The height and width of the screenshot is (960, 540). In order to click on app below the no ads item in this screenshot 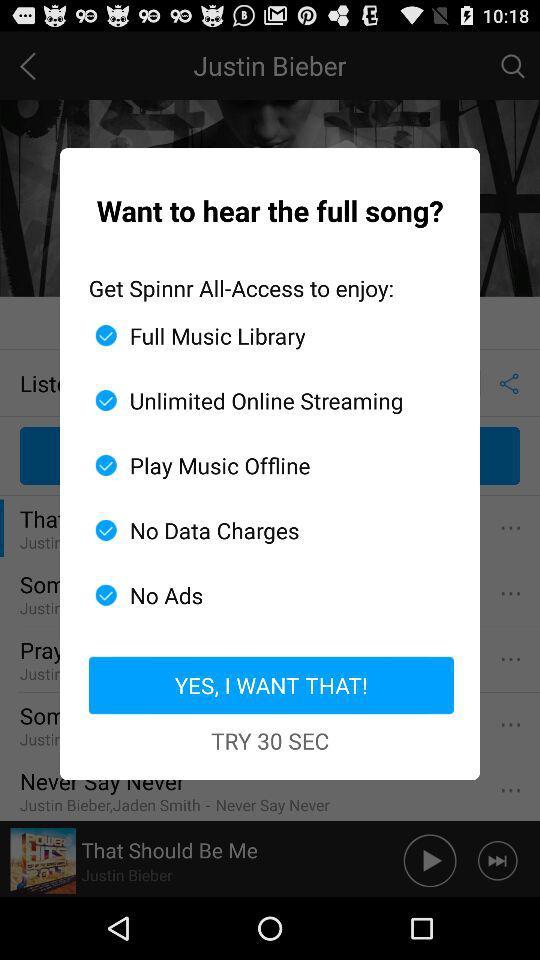, I will do `click(270, 685)`.